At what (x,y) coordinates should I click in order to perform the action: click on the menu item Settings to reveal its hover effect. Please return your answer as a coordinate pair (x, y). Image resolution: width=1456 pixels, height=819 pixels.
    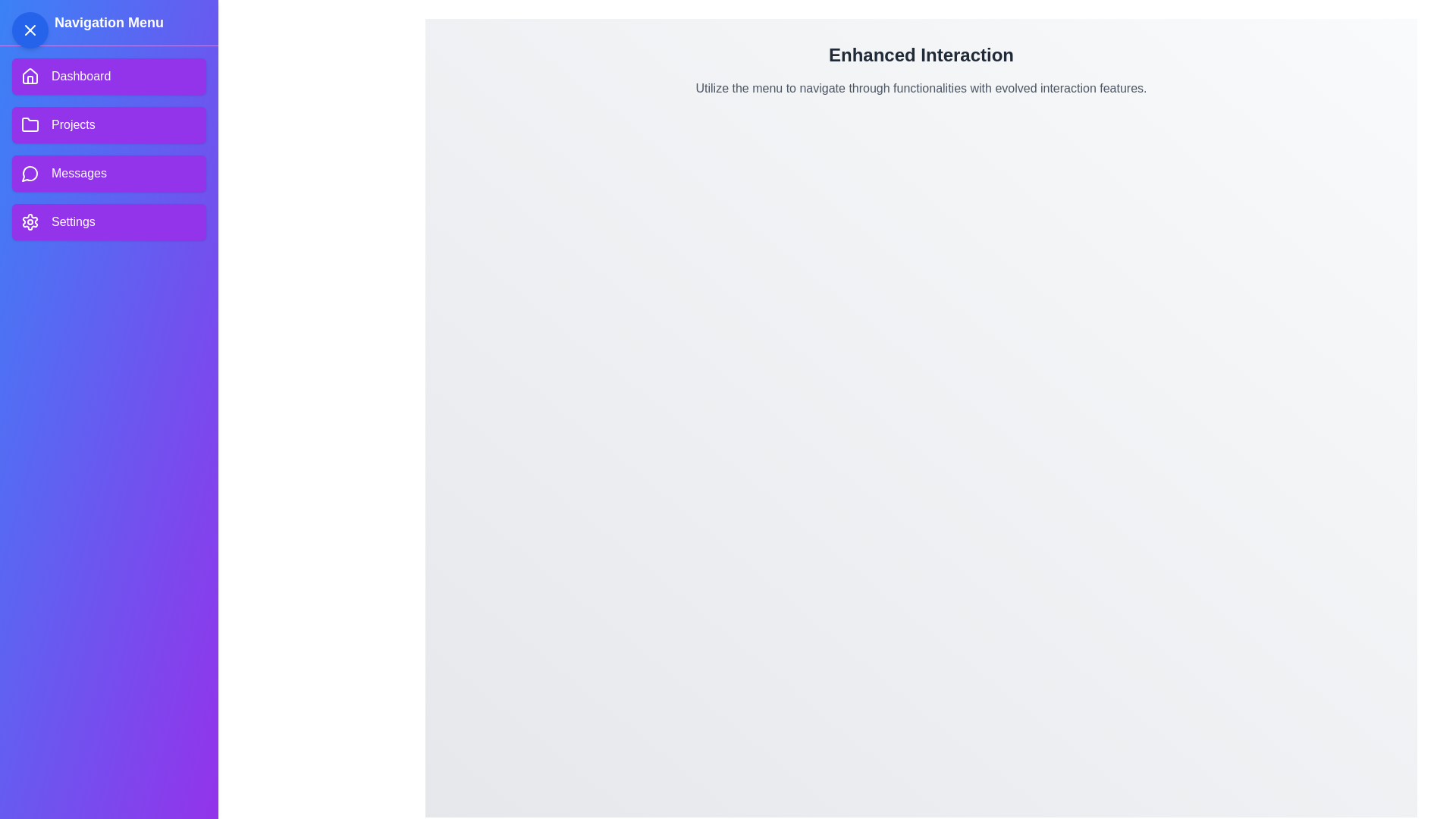
    Looking at the image, I should click on (108, 222).